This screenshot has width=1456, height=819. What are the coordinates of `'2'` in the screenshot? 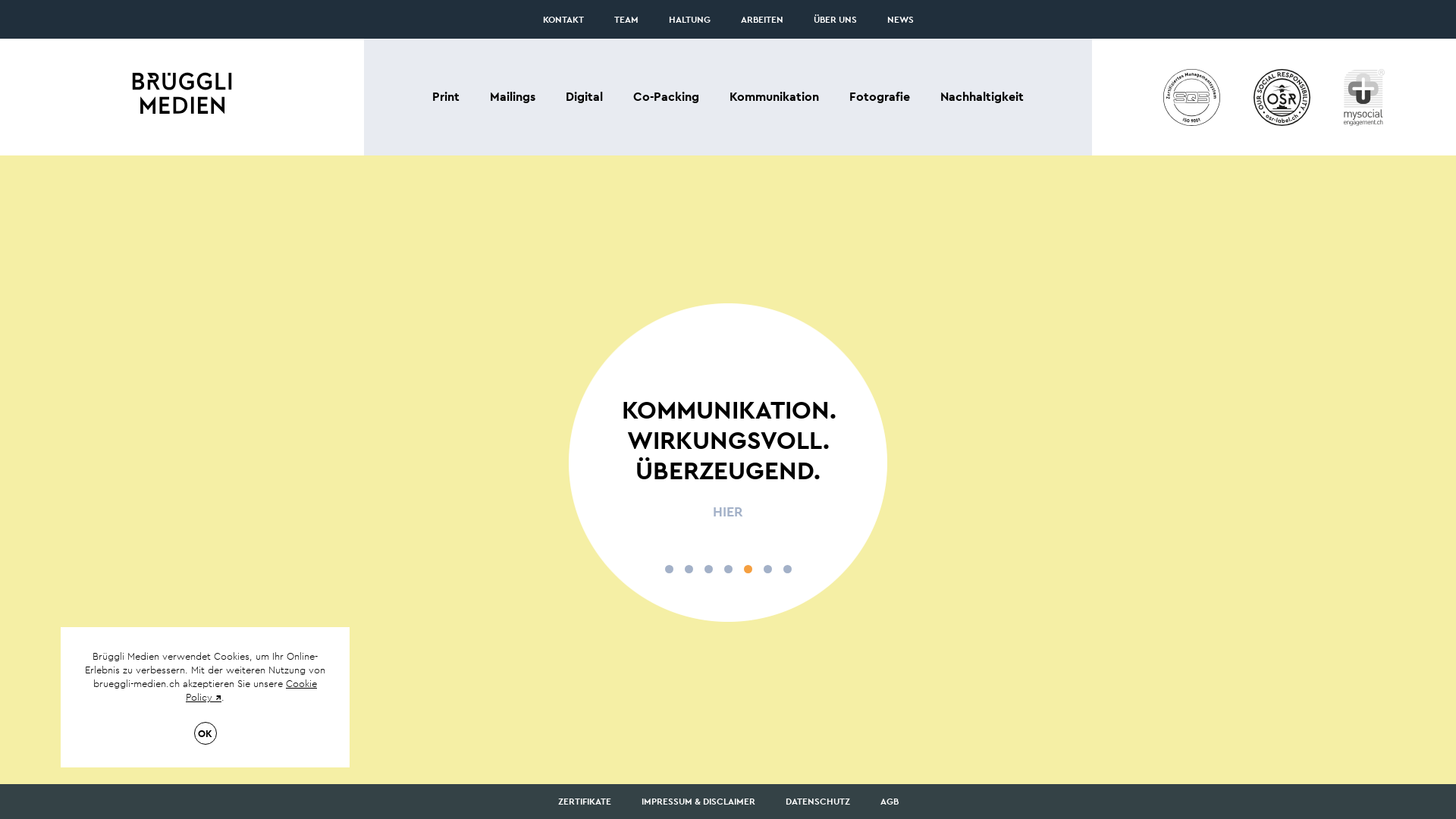 It's located at (687, 569).